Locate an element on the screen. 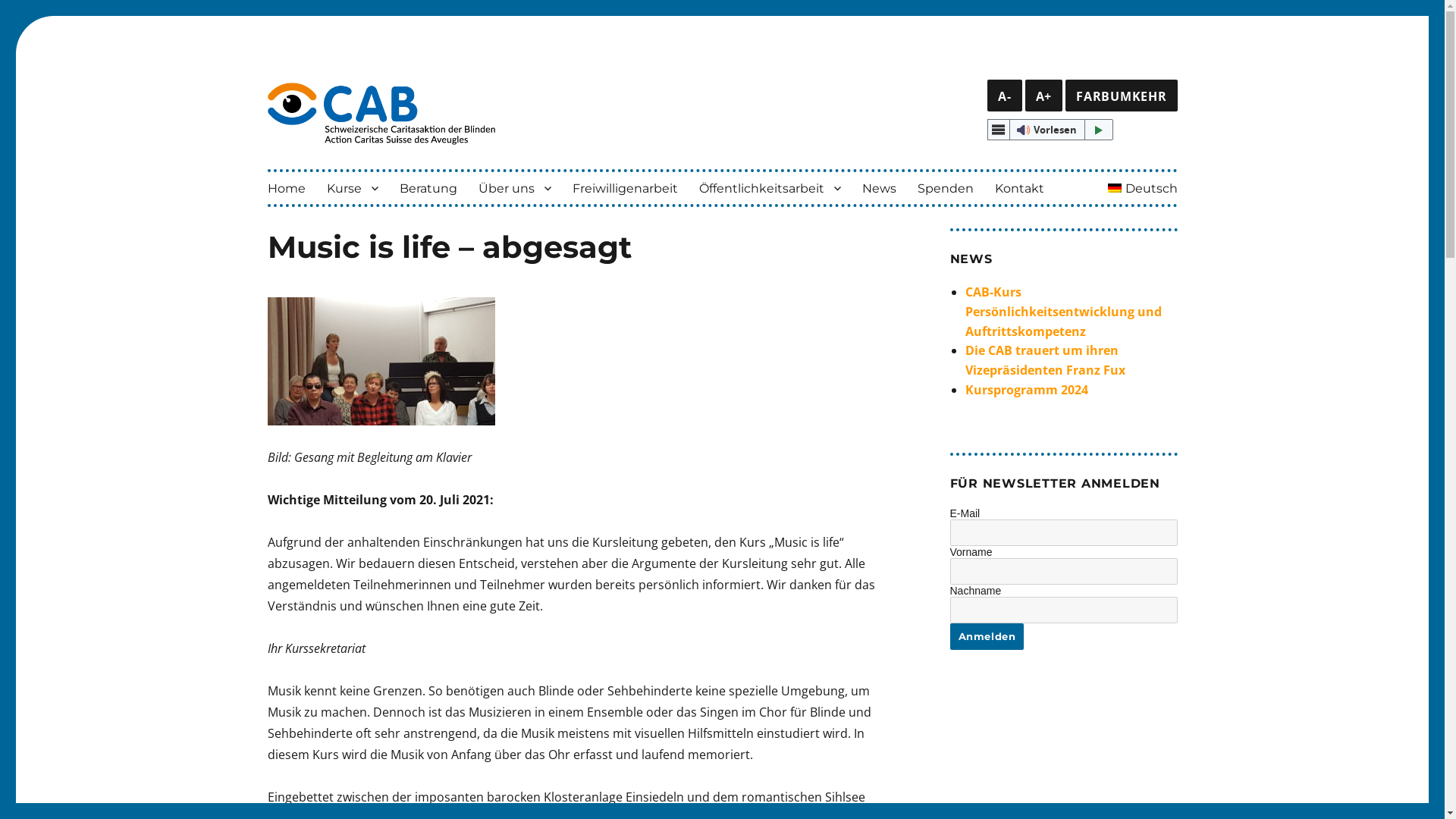 The height and width of the screenshot is (819, 1456). 'A+' is located at coordinates (1025, 96).